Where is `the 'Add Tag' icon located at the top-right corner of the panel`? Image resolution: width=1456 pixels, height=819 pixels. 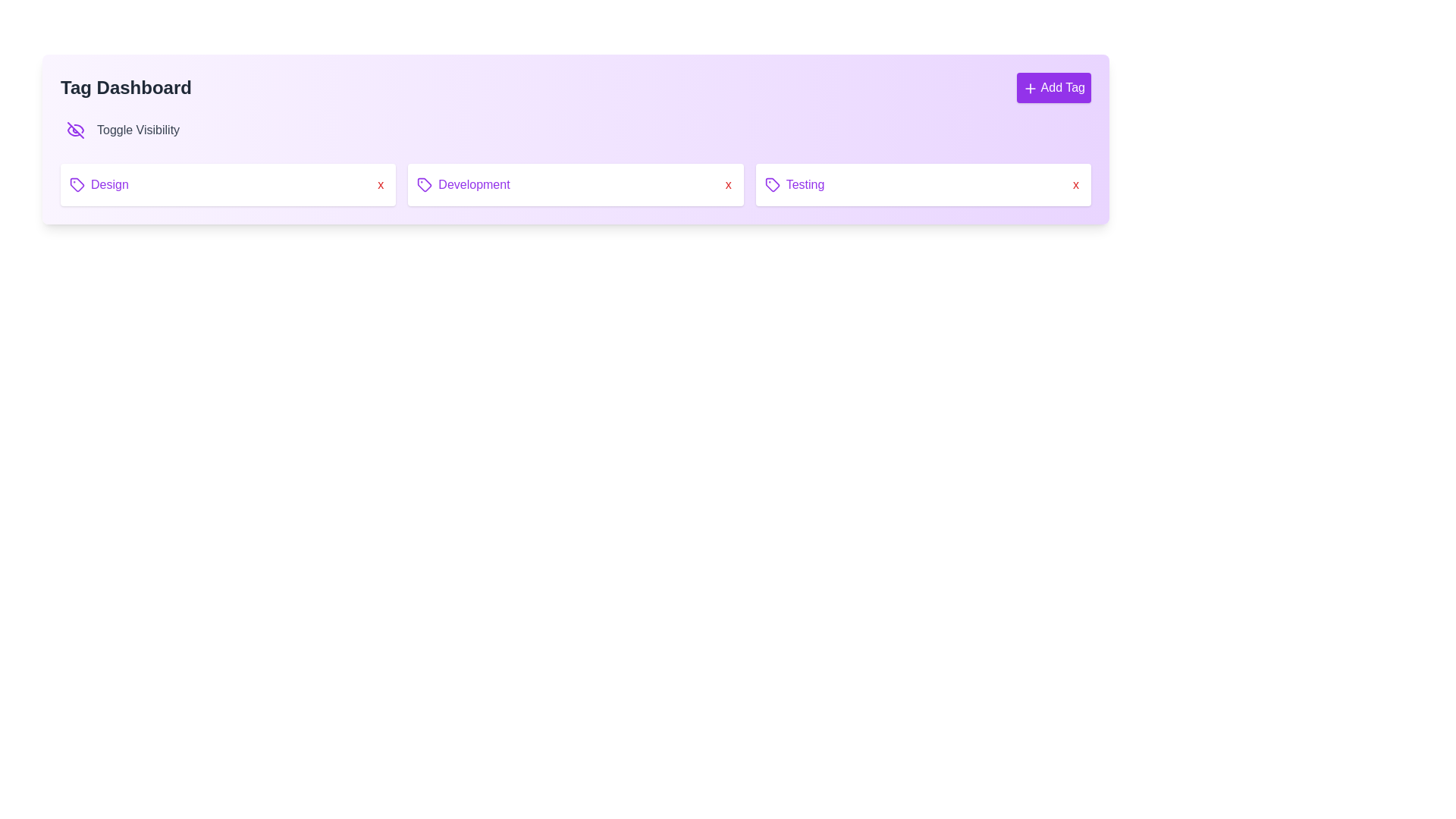 the 'Add Tag' icon located at the top-right corner of the panel is located at coordinates (1030, 87).